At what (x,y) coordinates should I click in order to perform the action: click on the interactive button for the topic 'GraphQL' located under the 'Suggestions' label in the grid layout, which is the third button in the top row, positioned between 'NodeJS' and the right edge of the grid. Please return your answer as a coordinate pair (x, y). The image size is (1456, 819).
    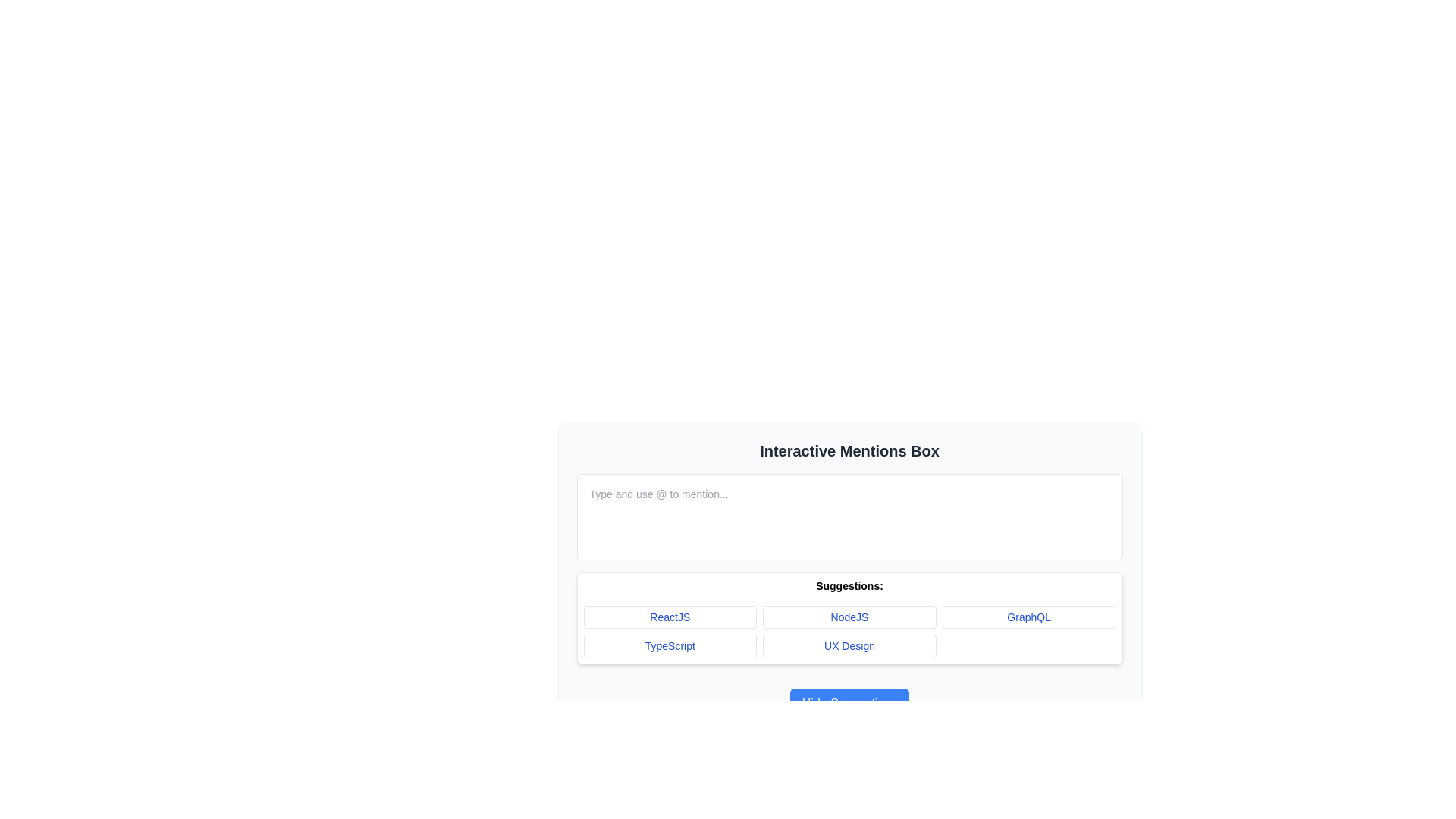
    Looking at the image, I should click on (1029, 617).